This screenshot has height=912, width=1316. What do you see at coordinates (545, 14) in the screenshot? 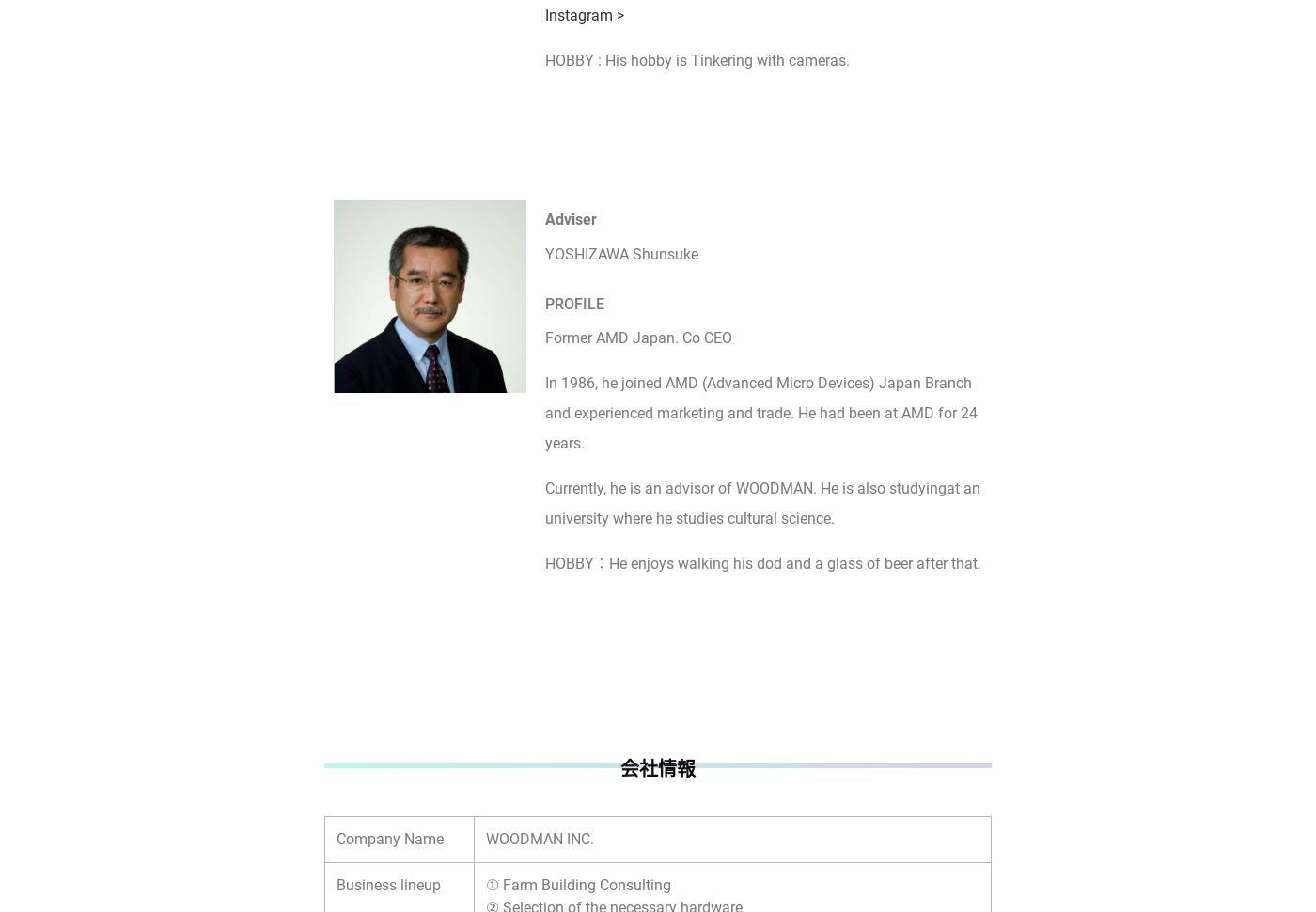
I see `'Instagram >'` at bounding box center [545, 14].